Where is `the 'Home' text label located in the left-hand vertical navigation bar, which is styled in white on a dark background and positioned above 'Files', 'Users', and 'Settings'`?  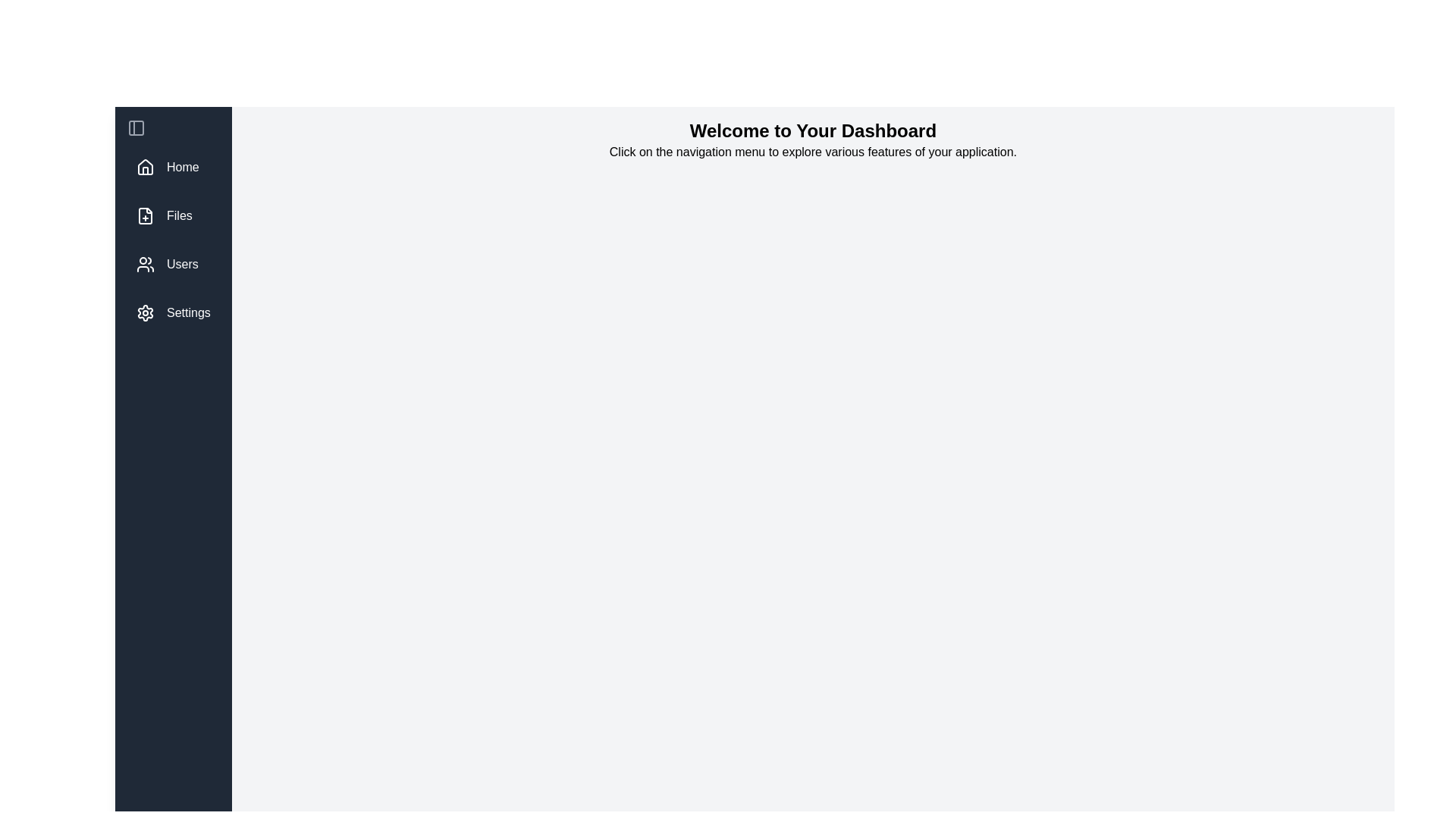
the 'Home' text label located in the left-hand vertical navigation bar, which is styled in white on a dark background and positioned above 'Files', 'Users', and 'Settings' is located at coordinates (182, 167).